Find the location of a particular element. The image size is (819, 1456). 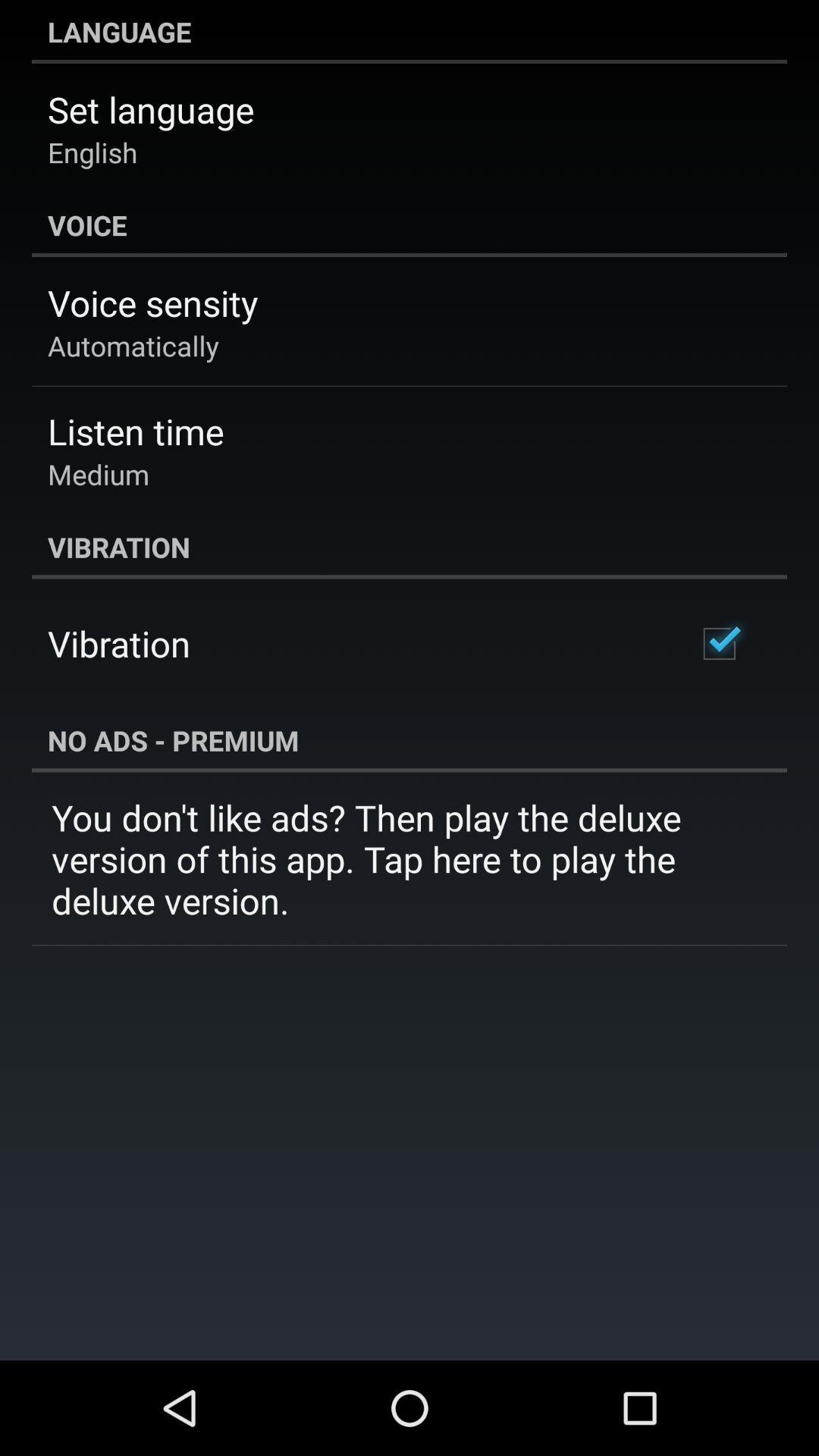

no ads - premium item is located at coordinates (409, 740).